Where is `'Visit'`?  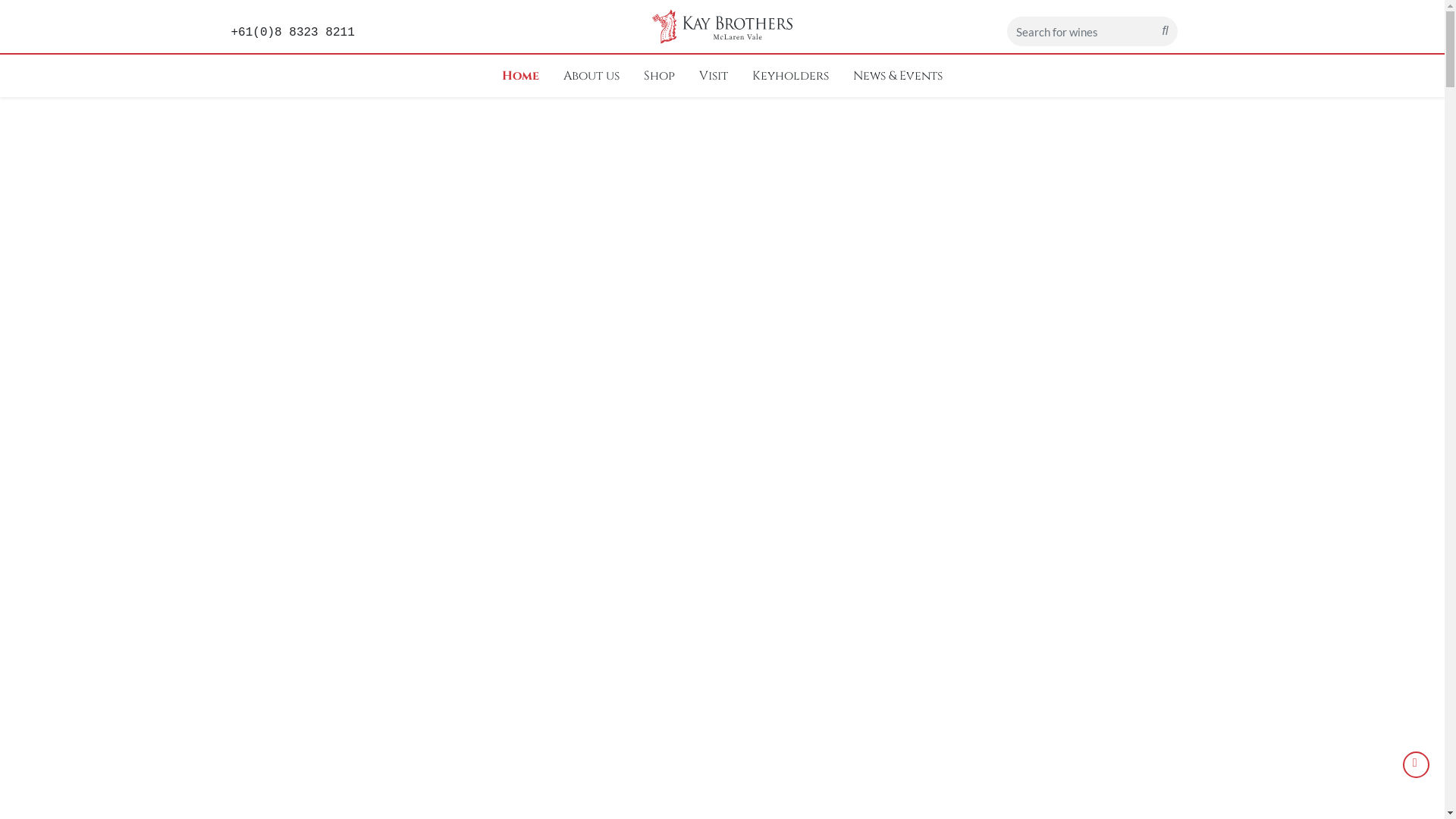
'Visit' is located at coordinates (692, 76).